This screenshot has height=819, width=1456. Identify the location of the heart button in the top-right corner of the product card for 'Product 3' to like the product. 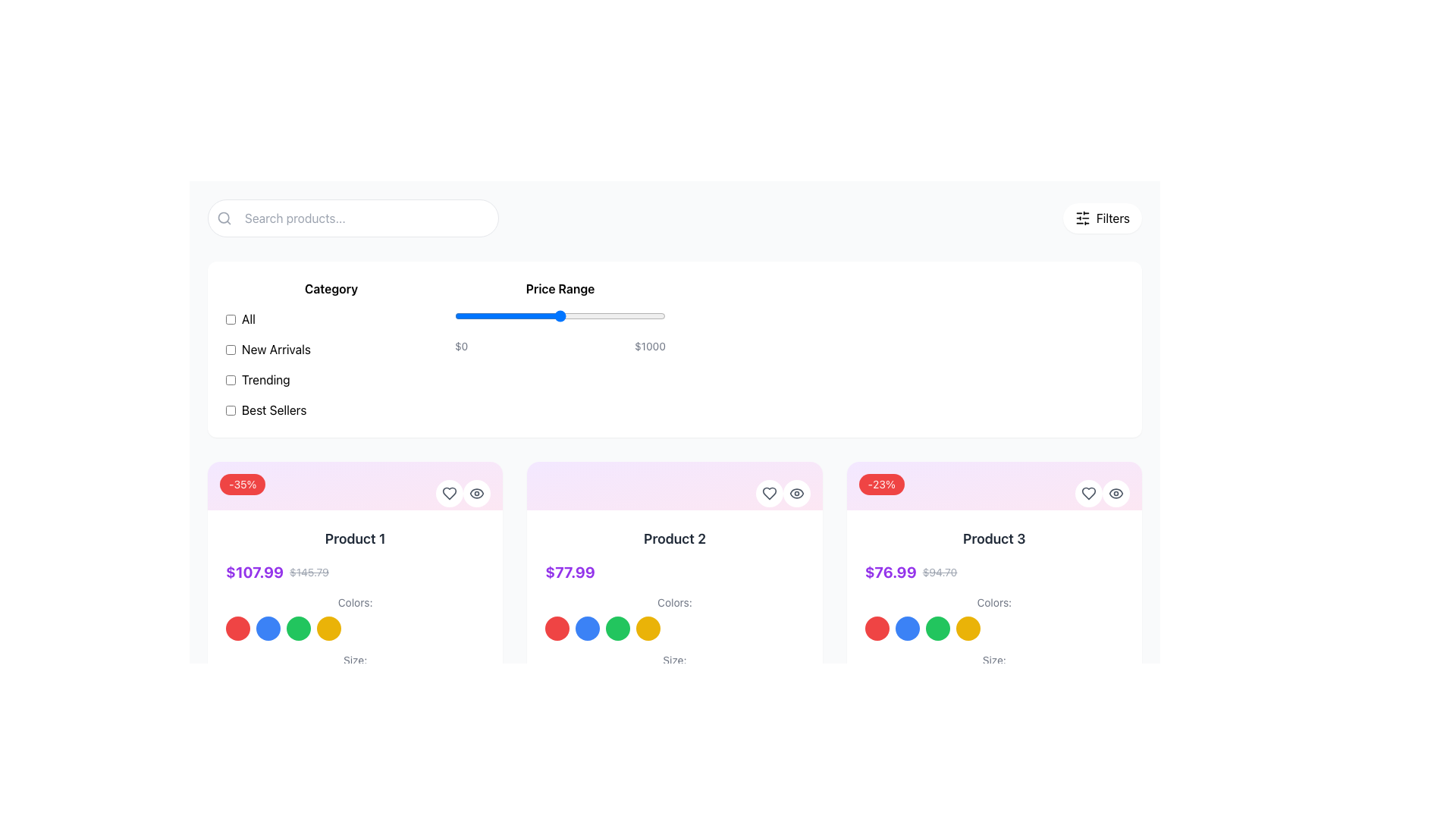
(1103, 491).